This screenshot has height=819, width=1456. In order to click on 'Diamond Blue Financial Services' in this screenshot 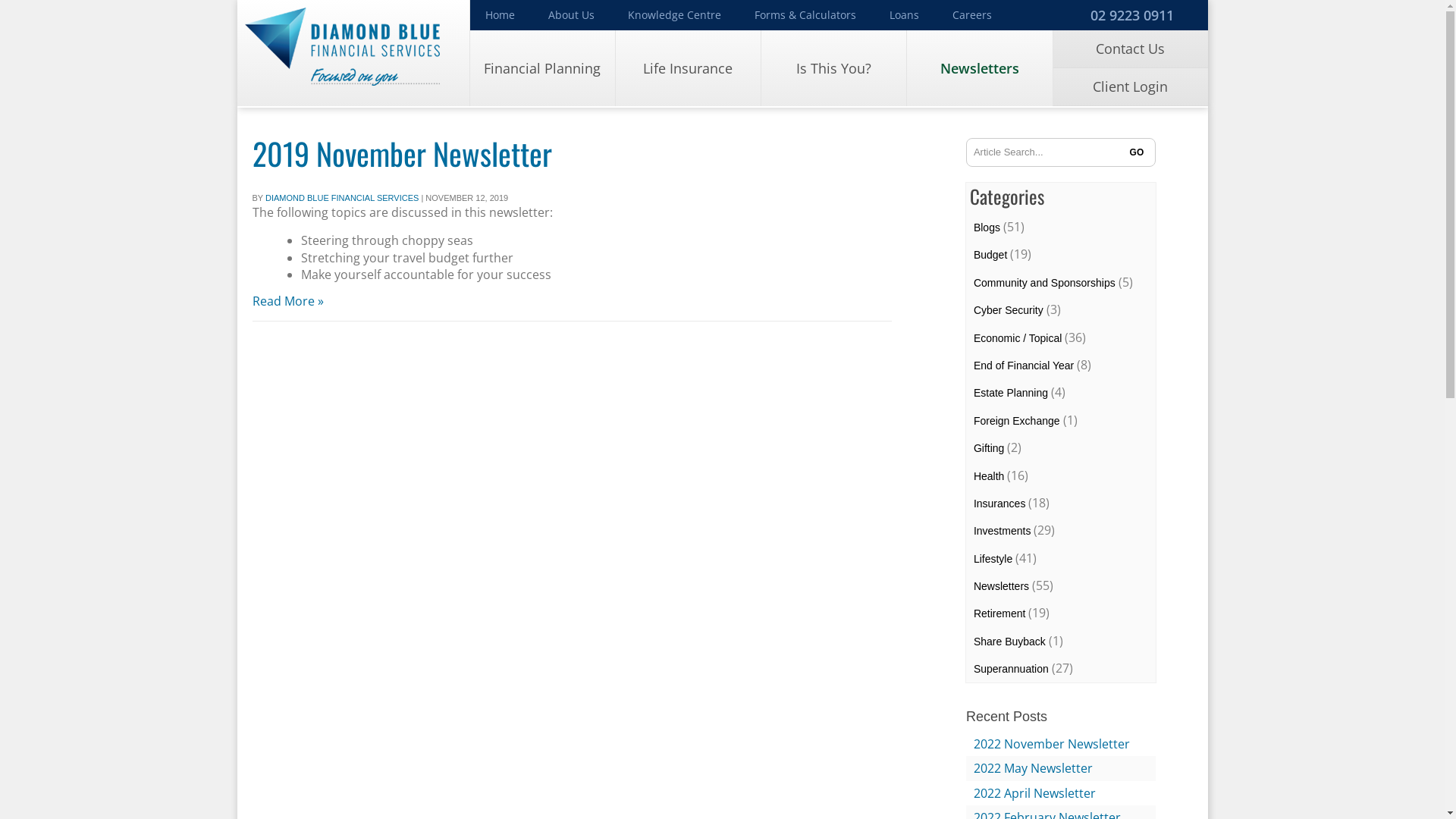, I will do `click(352, 52)`.